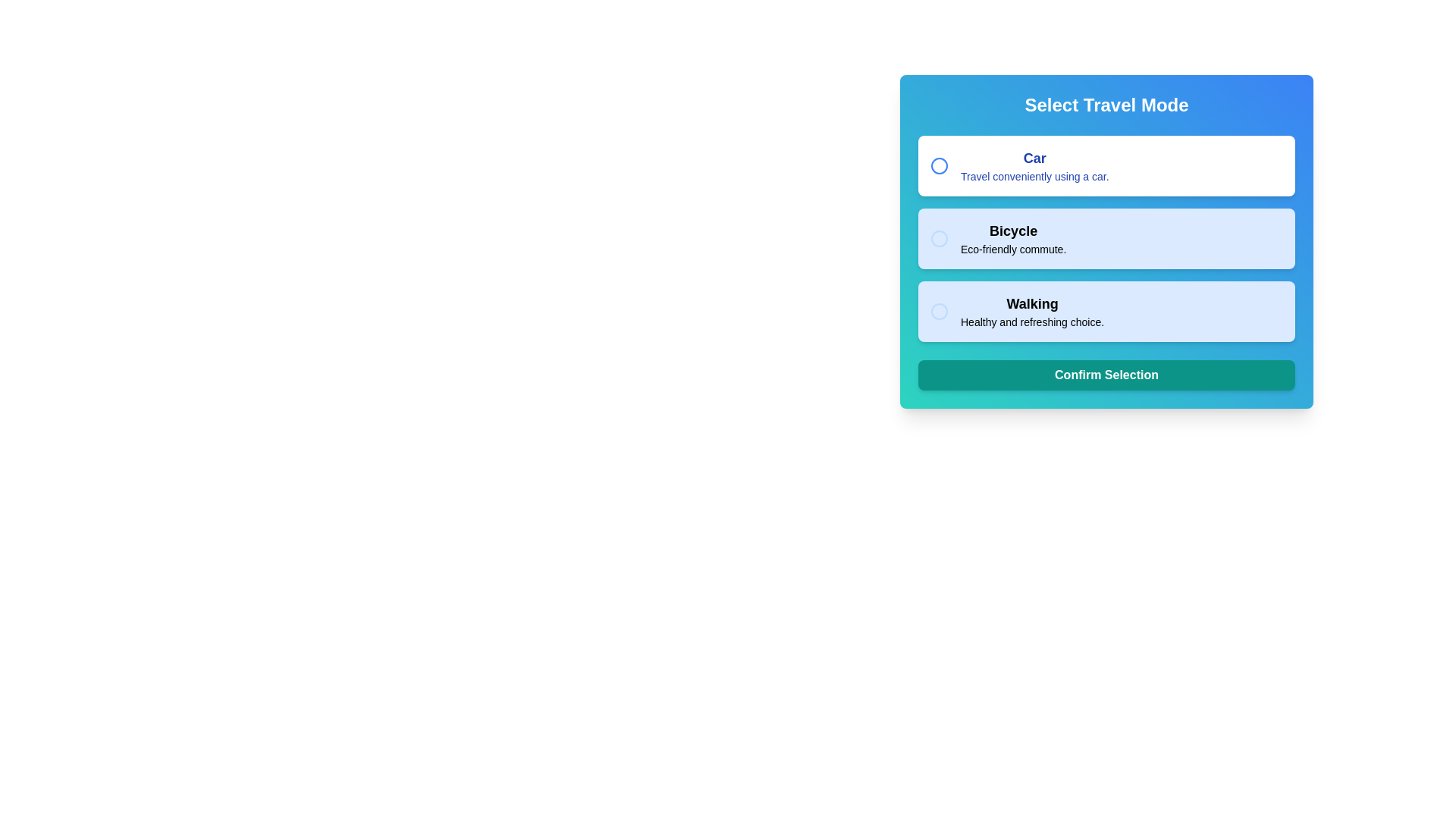 The height and width of the screenshot is (819, 1456). I want to click on the confirmation button located at the bottom center of the travel options to finalize the selected travel mode, so click(1106, 375).